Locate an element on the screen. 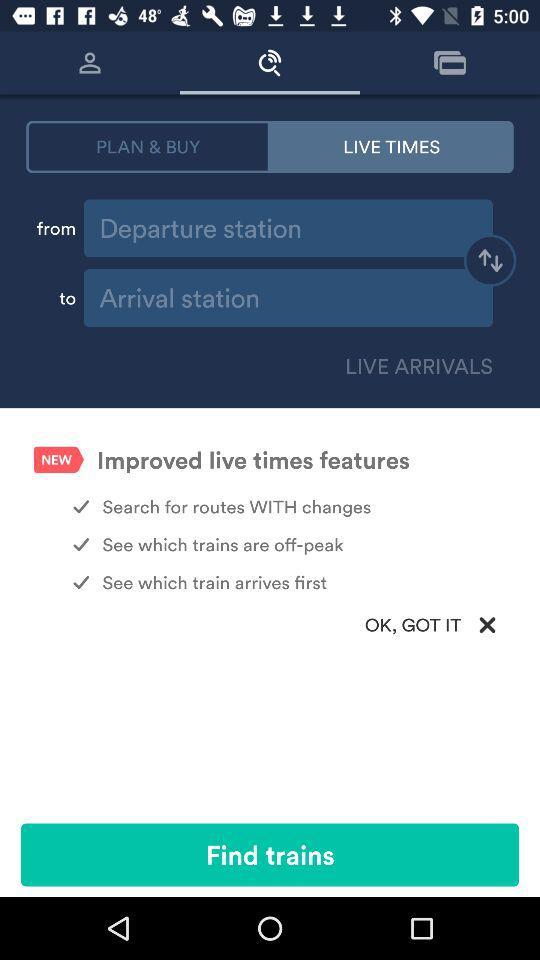 The image size is (540, 960). station name is located at coordinates (287, 228).